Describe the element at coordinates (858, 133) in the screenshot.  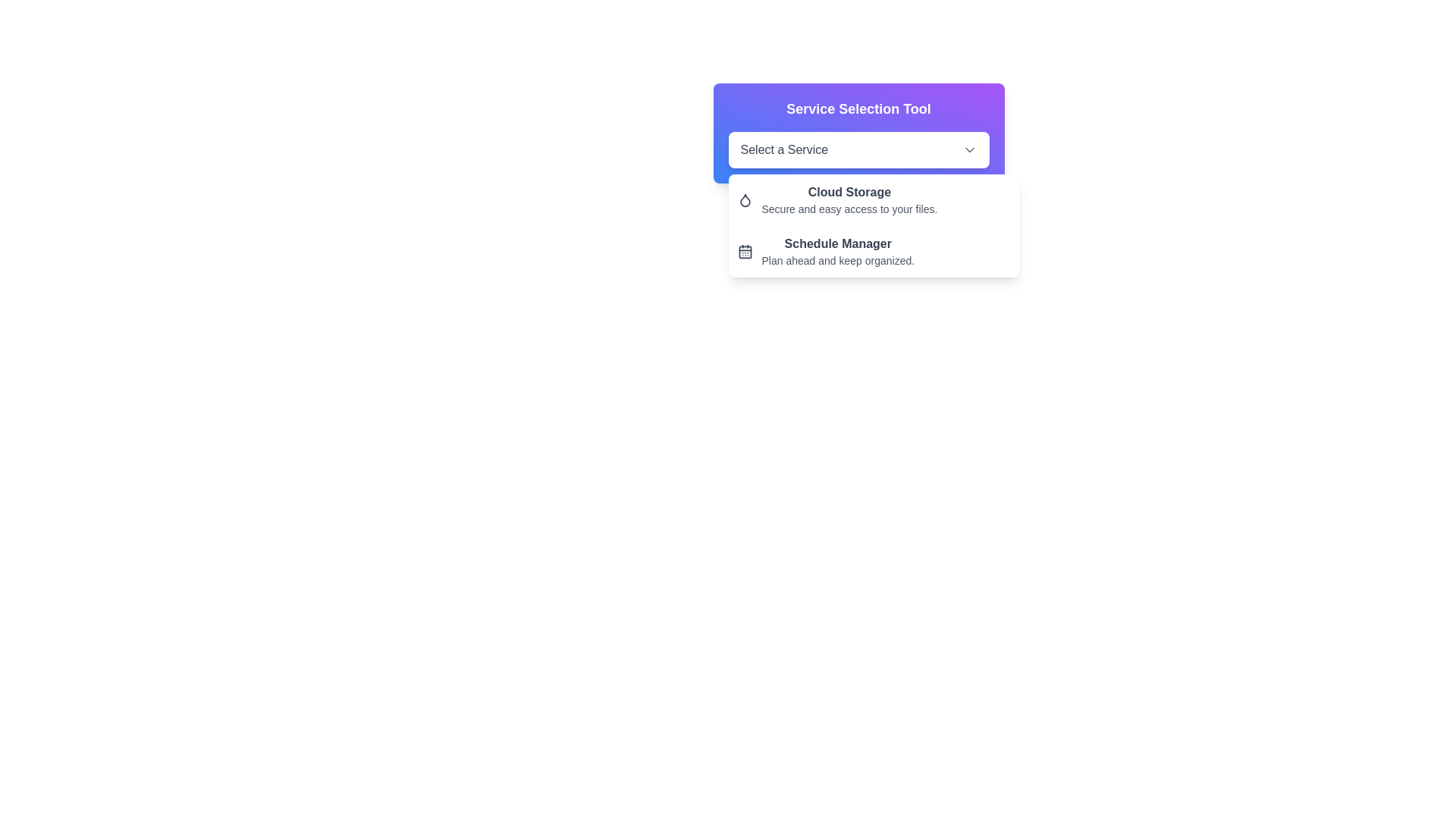
I see `the dropdown menu located in the header area which contains a title and allows users` at that location.